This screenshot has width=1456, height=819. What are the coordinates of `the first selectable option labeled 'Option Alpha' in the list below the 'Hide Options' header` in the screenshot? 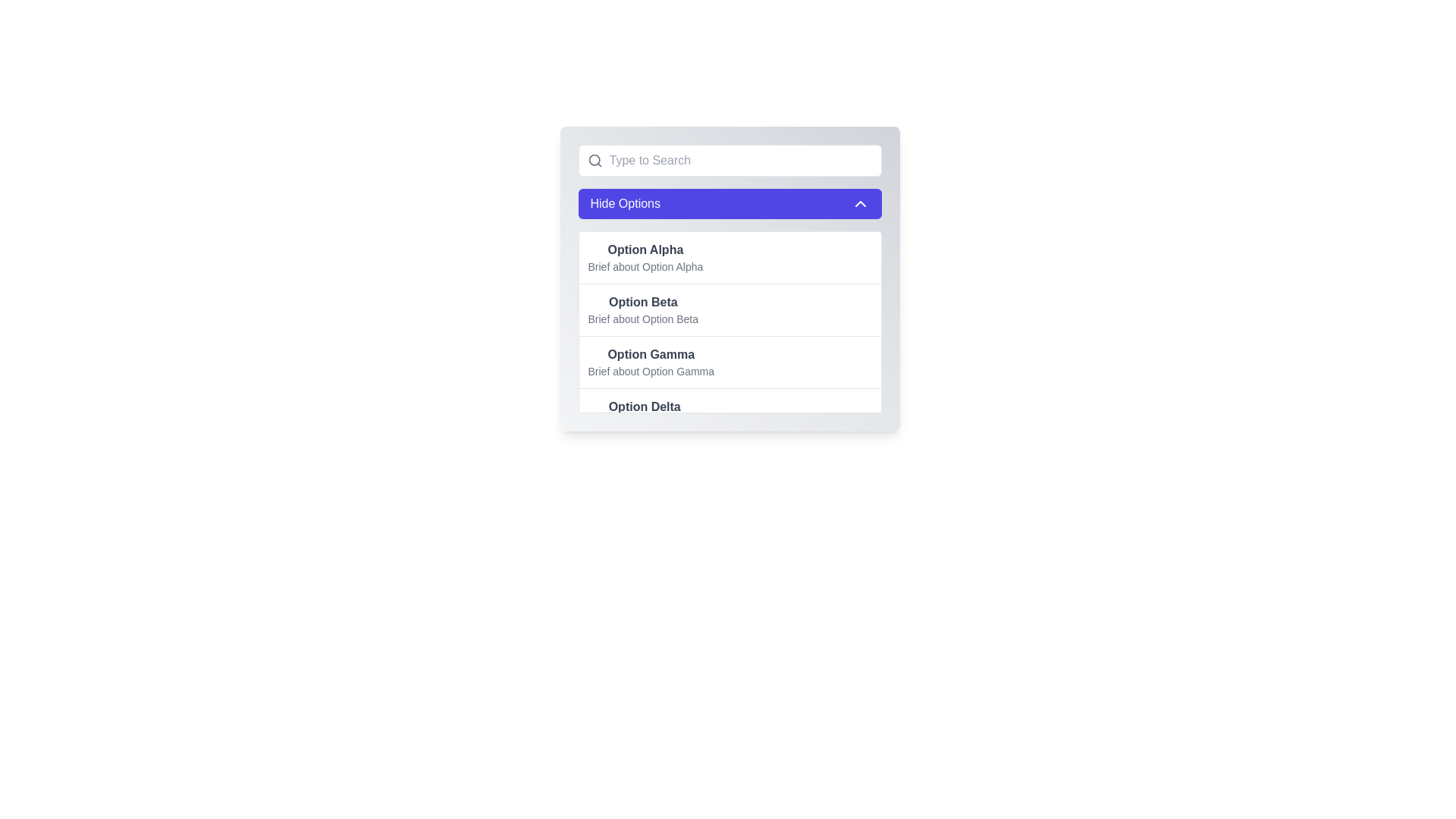 It's located at (645, 256).